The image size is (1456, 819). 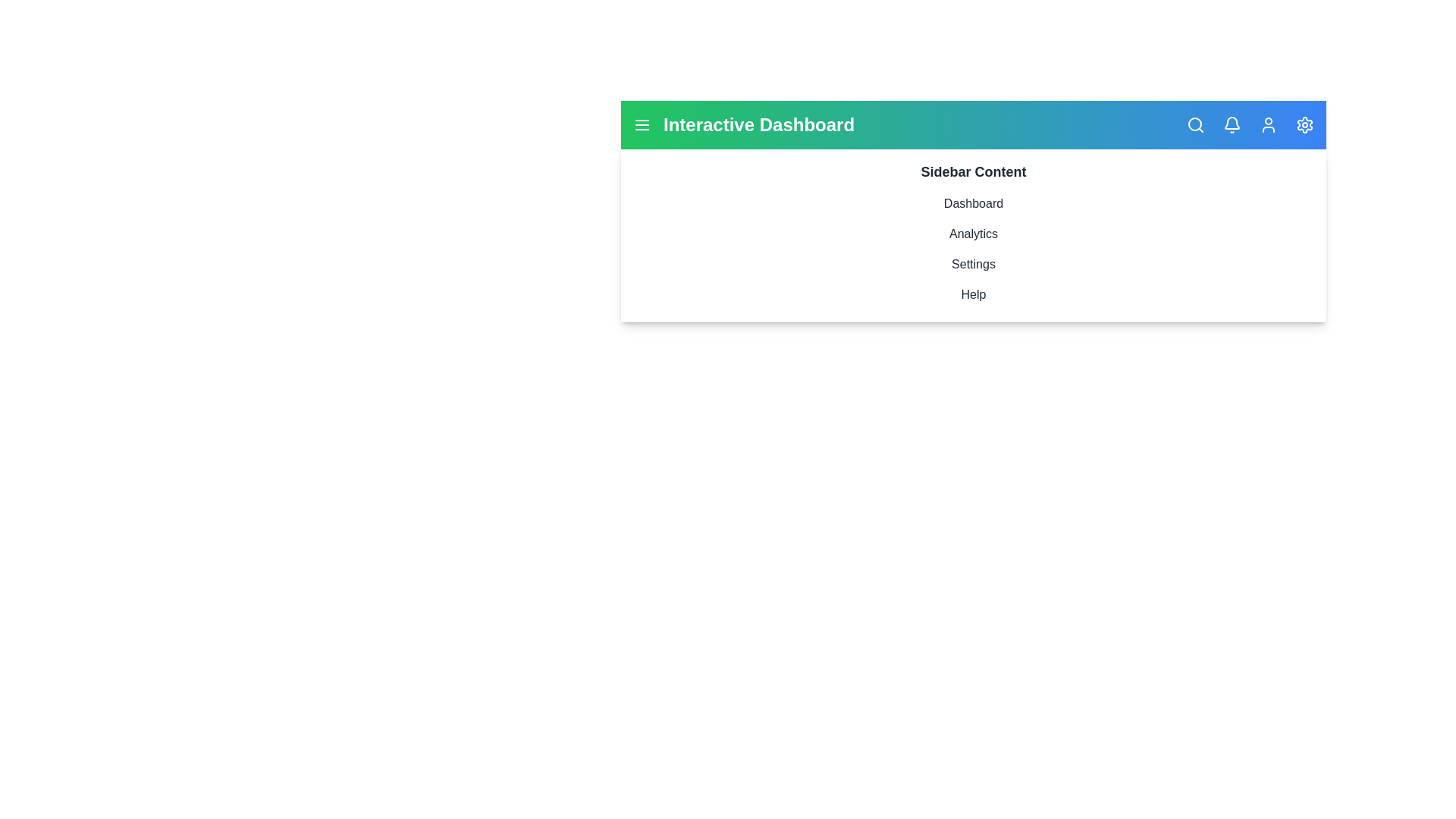 What do you see at coordinates (642, 124) in the screenshot?
I see `the menu button to toggle the sidebar visibility` at bounding box center [642, 124].